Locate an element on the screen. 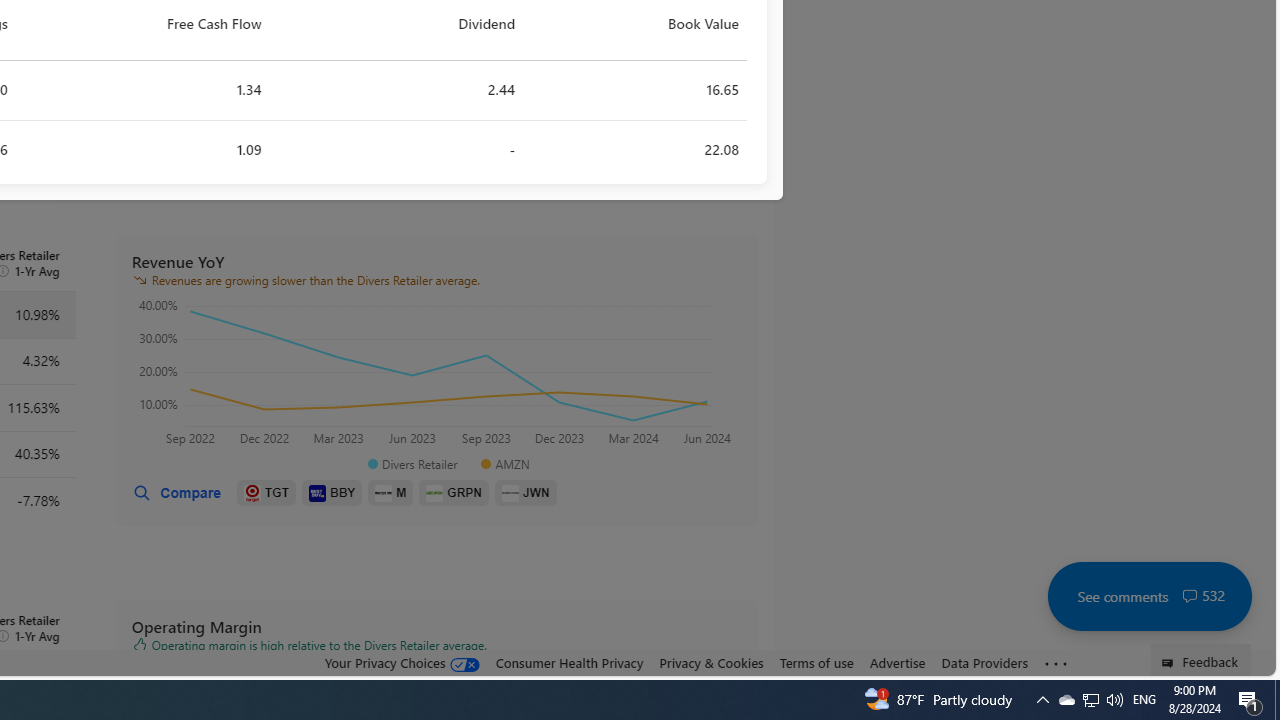 This screenshot has height=720, width=1280. 'GRPN' is located at coordinates (453, 493).